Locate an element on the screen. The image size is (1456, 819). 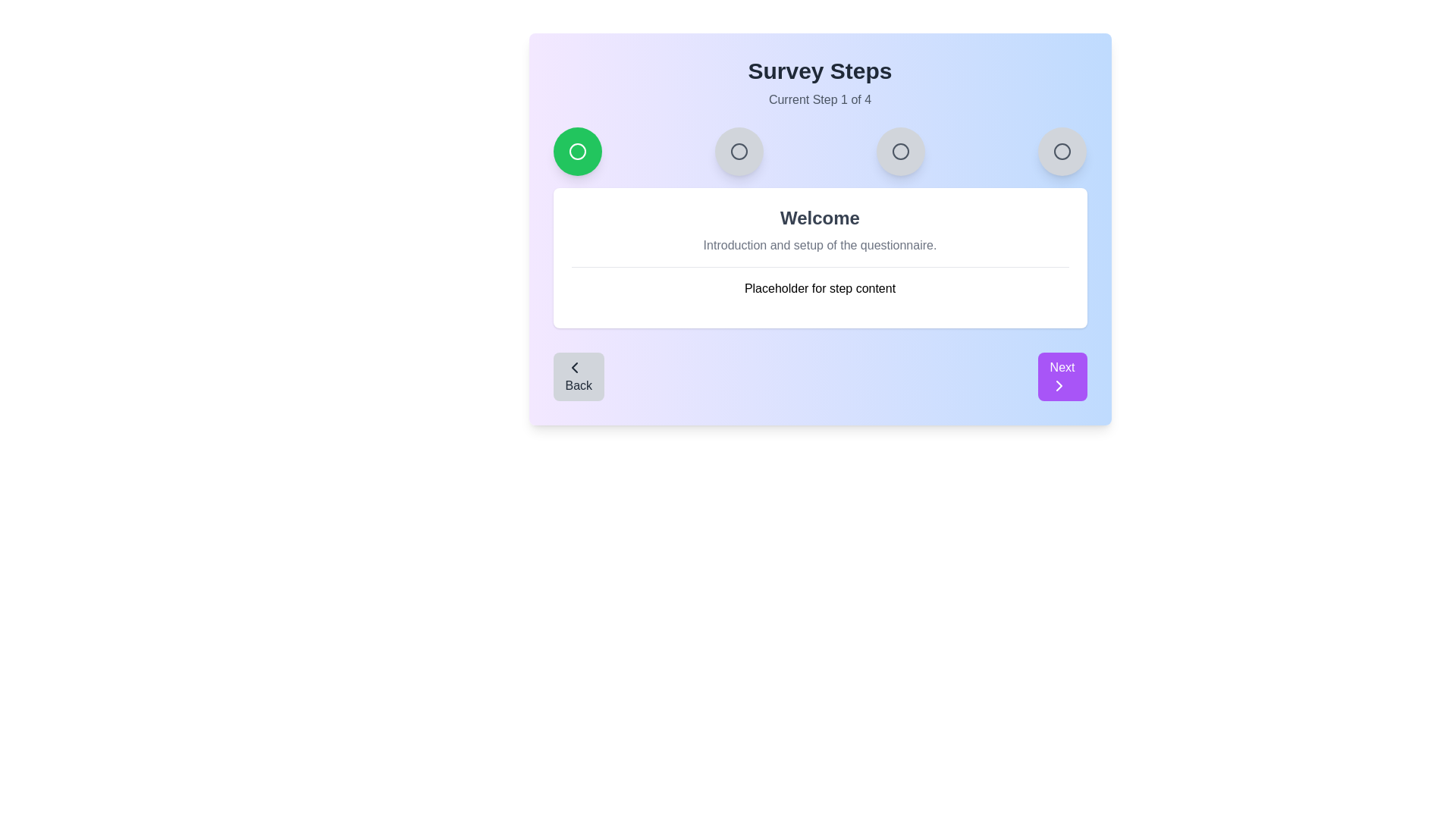
the green circular button that contains the SVG icon indicating the current step in the survey process, located on the left side of the horizontal step indicator is located at coordinates (576, 152).